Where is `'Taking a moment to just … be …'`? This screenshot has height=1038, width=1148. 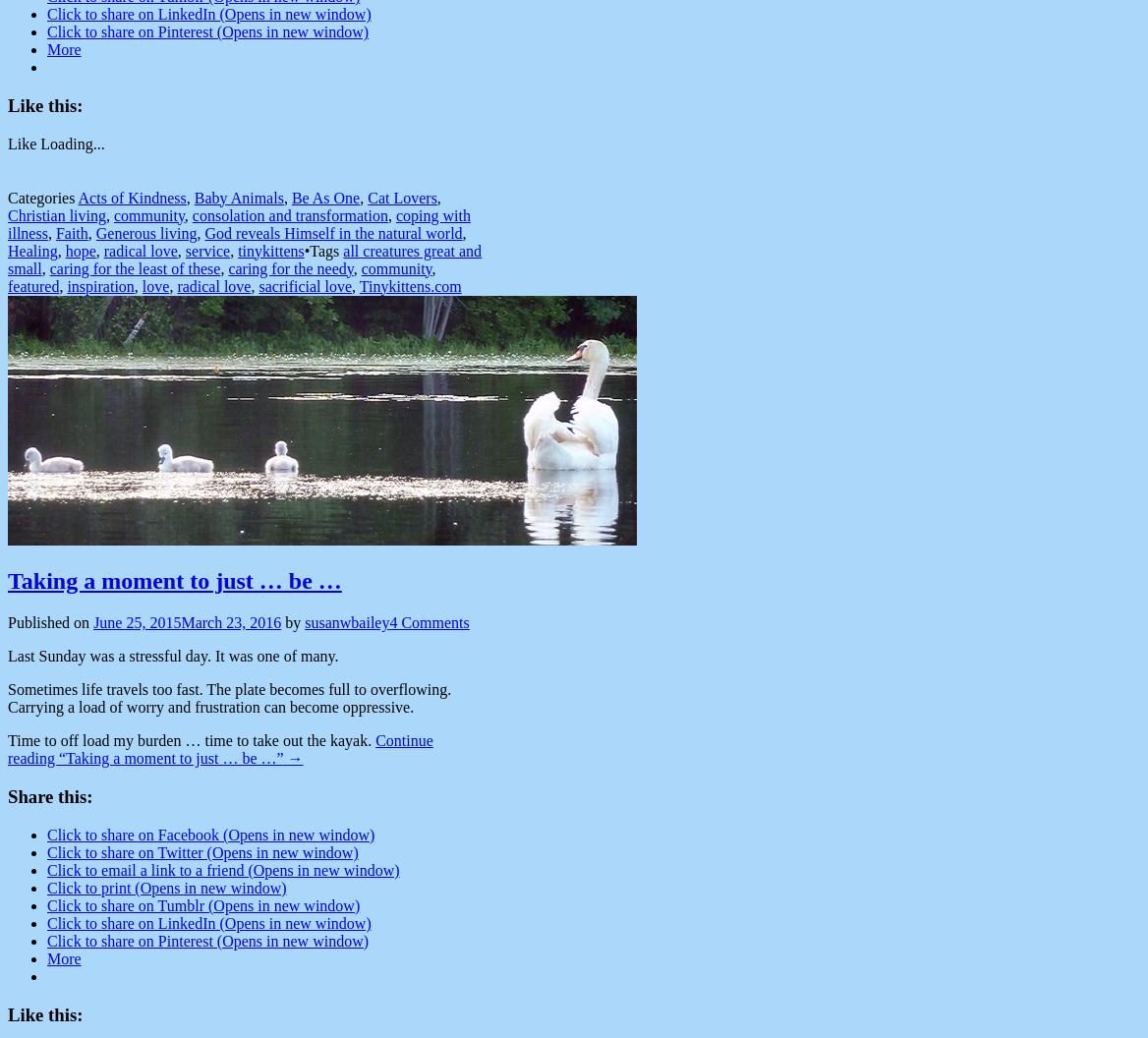
'Taking a moment to just … be …' is located at coordinates (174, 581).